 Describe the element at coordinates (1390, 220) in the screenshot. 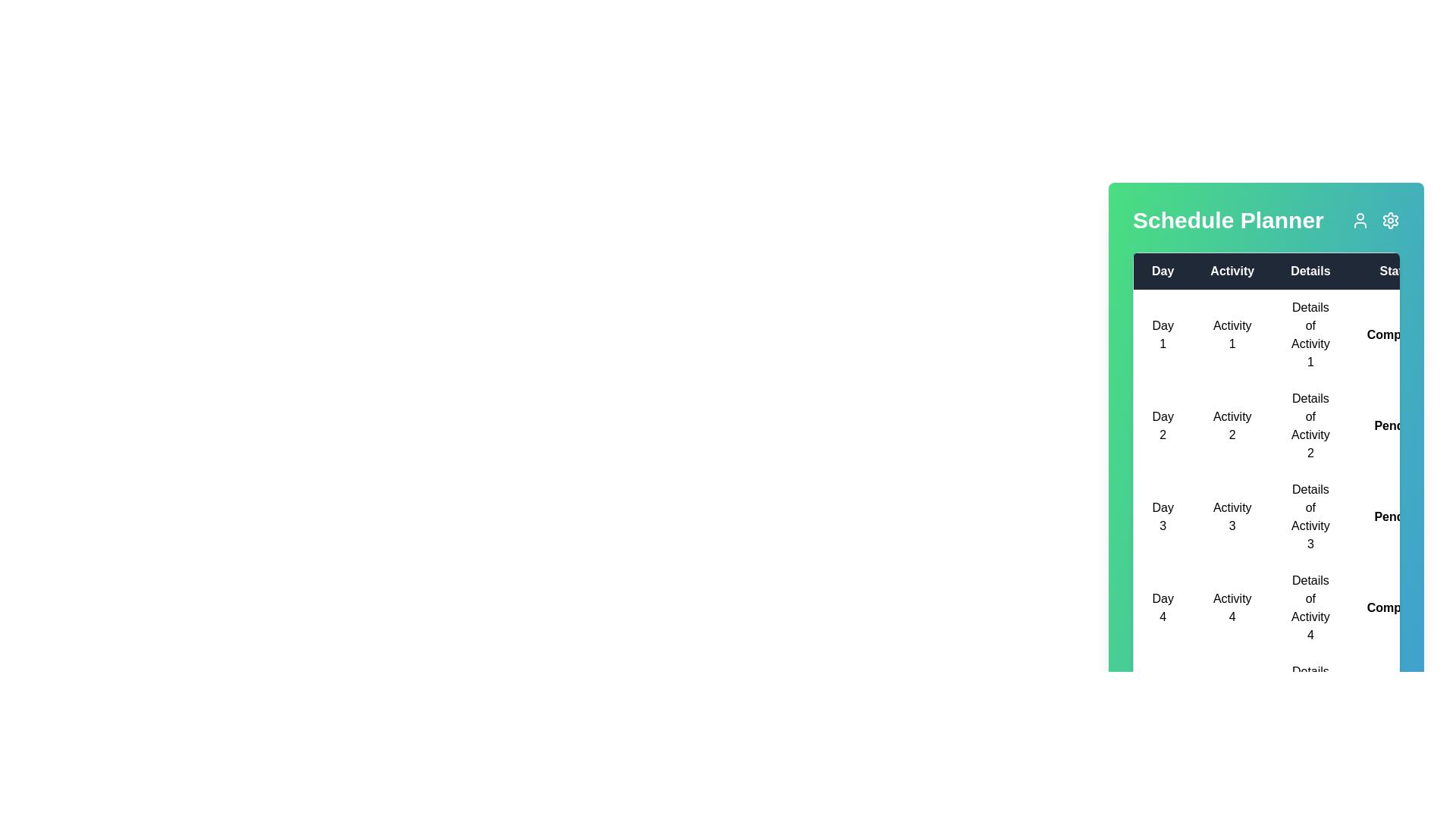

I see `the settings icon to open the configuration options` at that location.